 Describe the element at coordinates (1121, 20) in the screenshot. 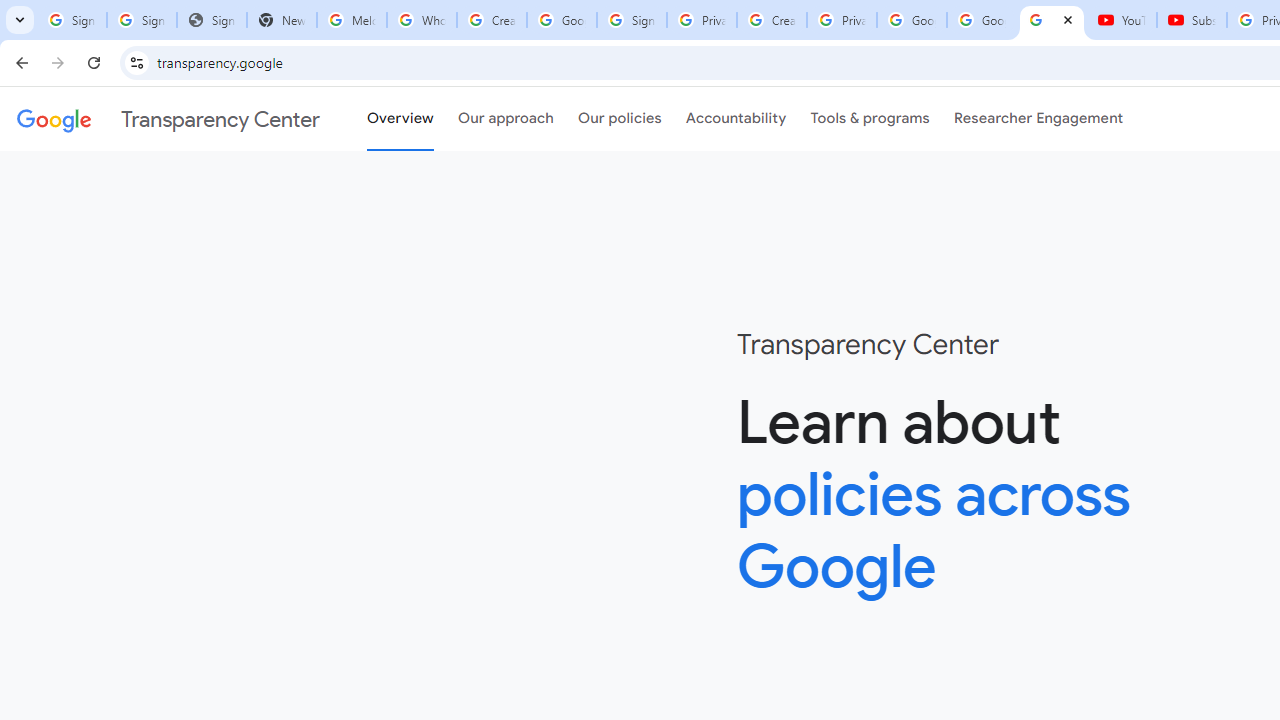

I see `'YouTube'` at that location.